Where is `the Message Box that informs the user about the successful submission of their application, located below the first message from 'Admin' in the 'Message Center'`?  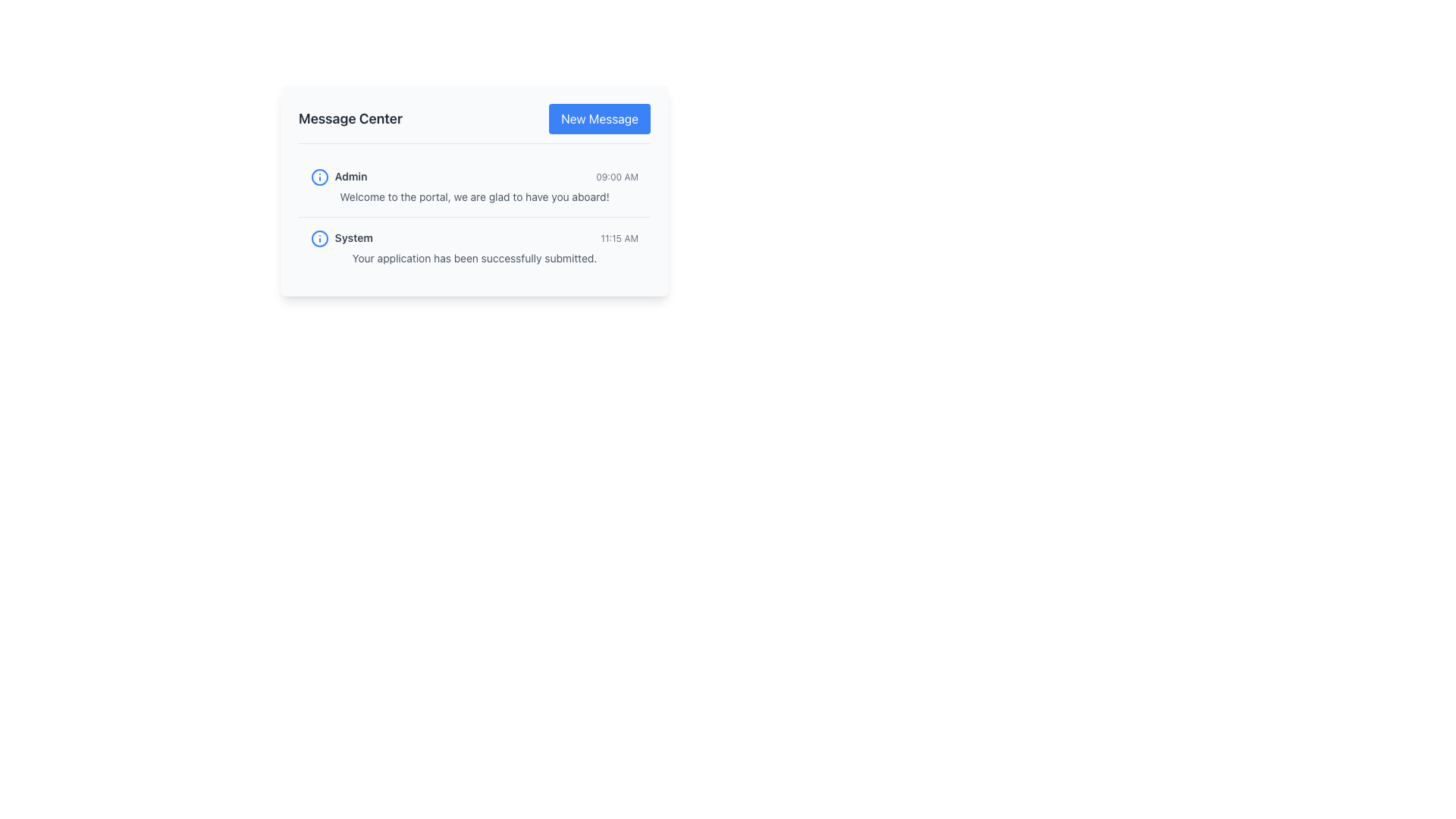 the Message Box that informs the user about the successful submission of their application, located below the first message from 'Admin' in the 'Message Center' is located at coordinates (473, 246).